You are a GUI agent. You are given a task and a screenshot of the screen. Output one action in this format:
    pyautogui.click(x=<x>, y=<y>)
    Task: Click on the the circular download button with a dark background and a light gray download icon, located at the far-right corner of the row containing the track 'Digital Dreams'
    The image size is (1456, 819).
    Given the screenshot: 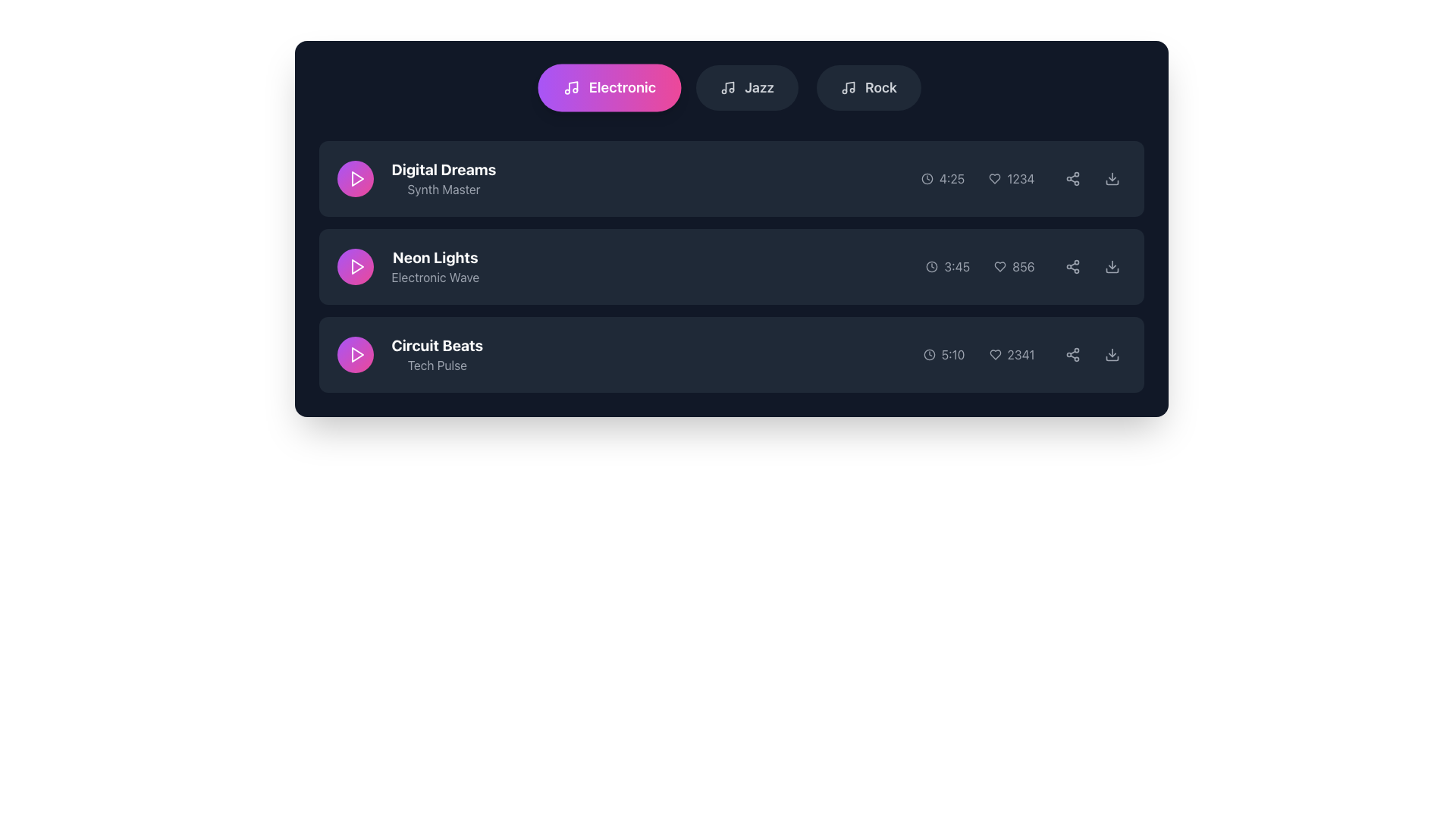 What is the action you would take?
    pyautogui.click(x=1112, y=177)
    